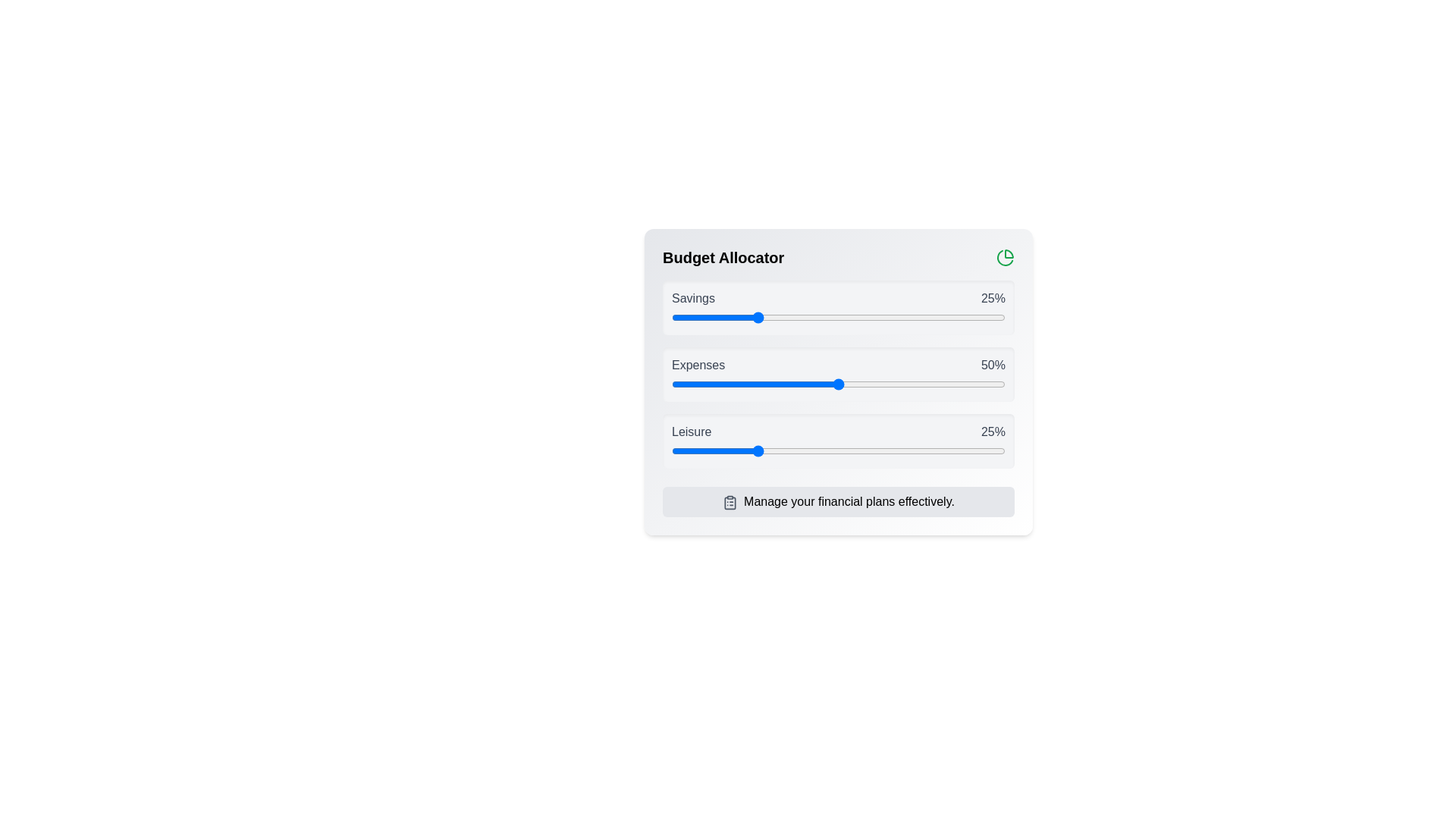 Image resolution: width=1456 pixels, height=819 pixels. I want to click on the PieChart icon to interact with it, so click(1005, 256).